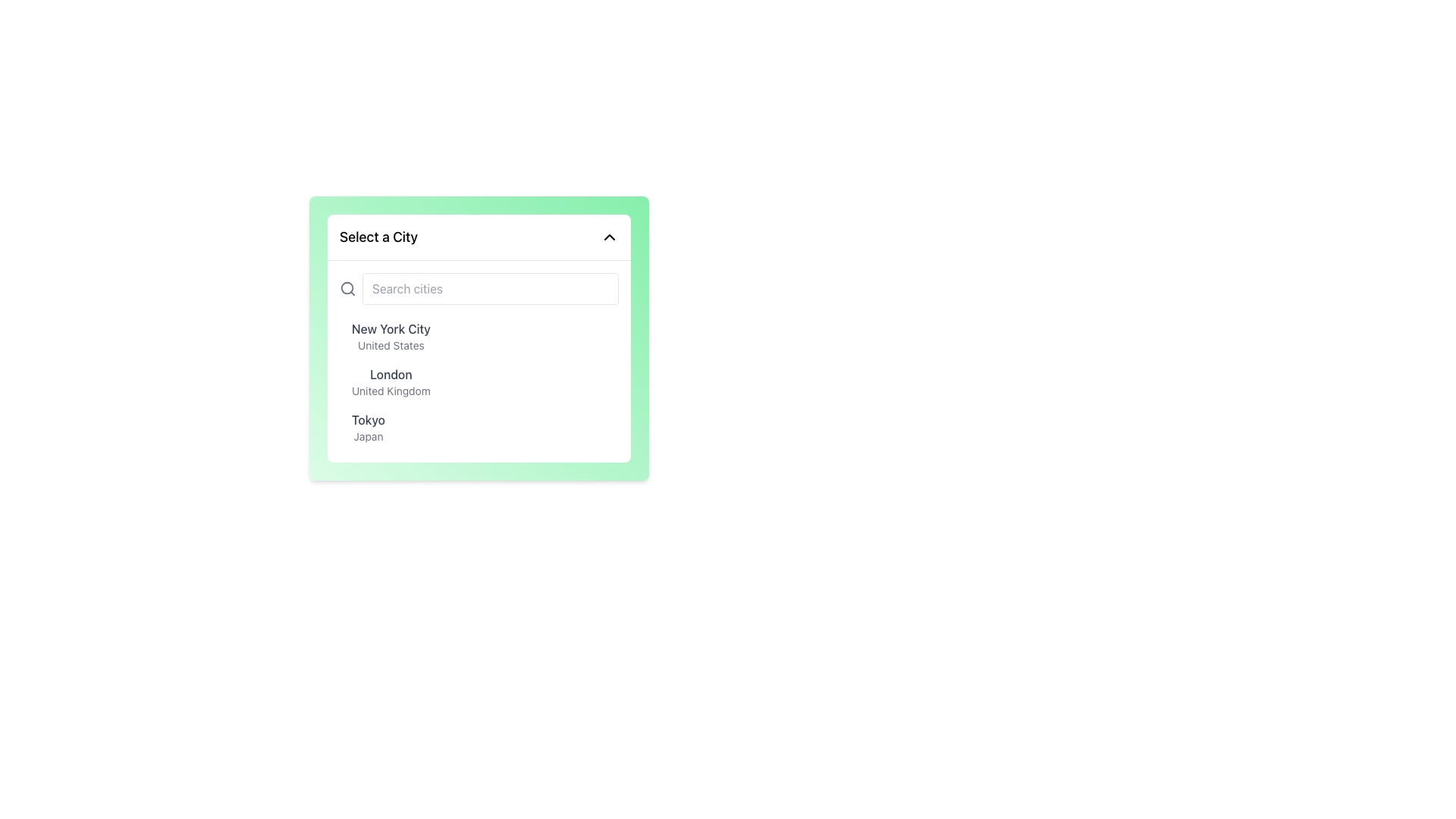 This screenshot has height=819, width=1456. Describe the element at coordinates (391, 345) in the screenshot. I see `the text element displaying 'United States' in light gray, located beneath 'New York City' in the dropdown menu 'Select a City'` at that location.